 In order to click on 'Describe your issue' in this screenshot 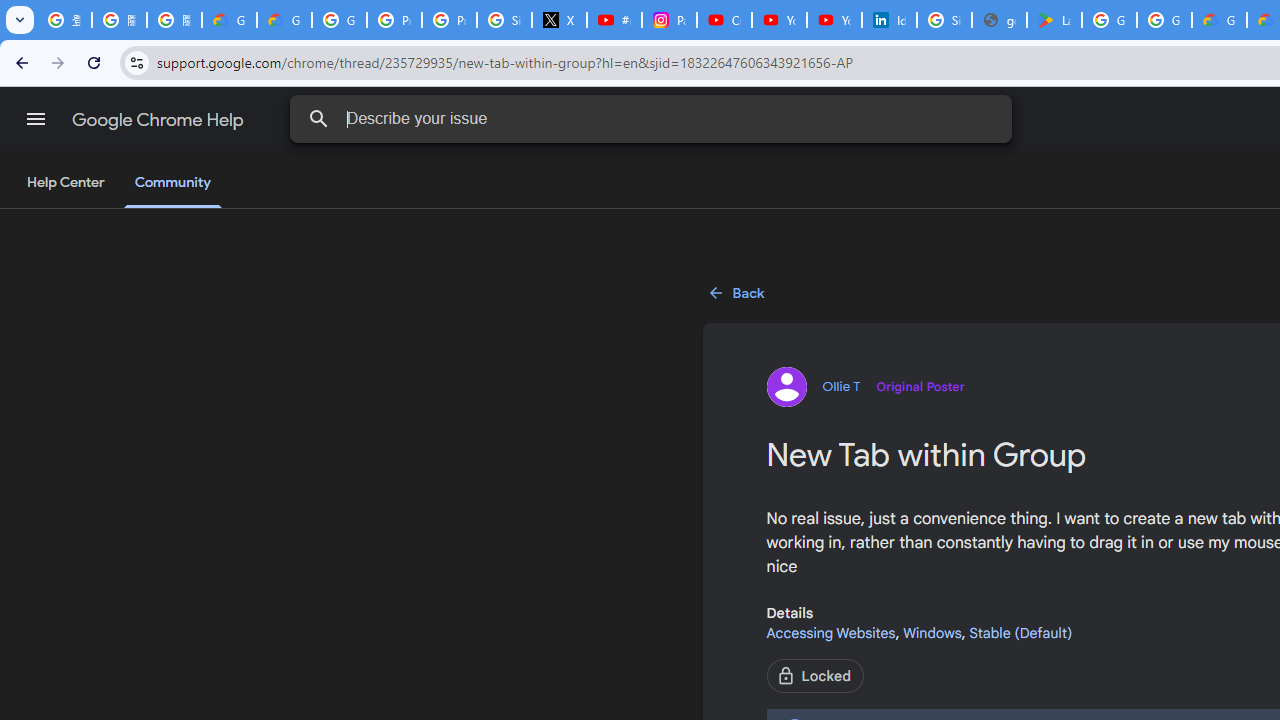, I will do `click(654, 118)`.